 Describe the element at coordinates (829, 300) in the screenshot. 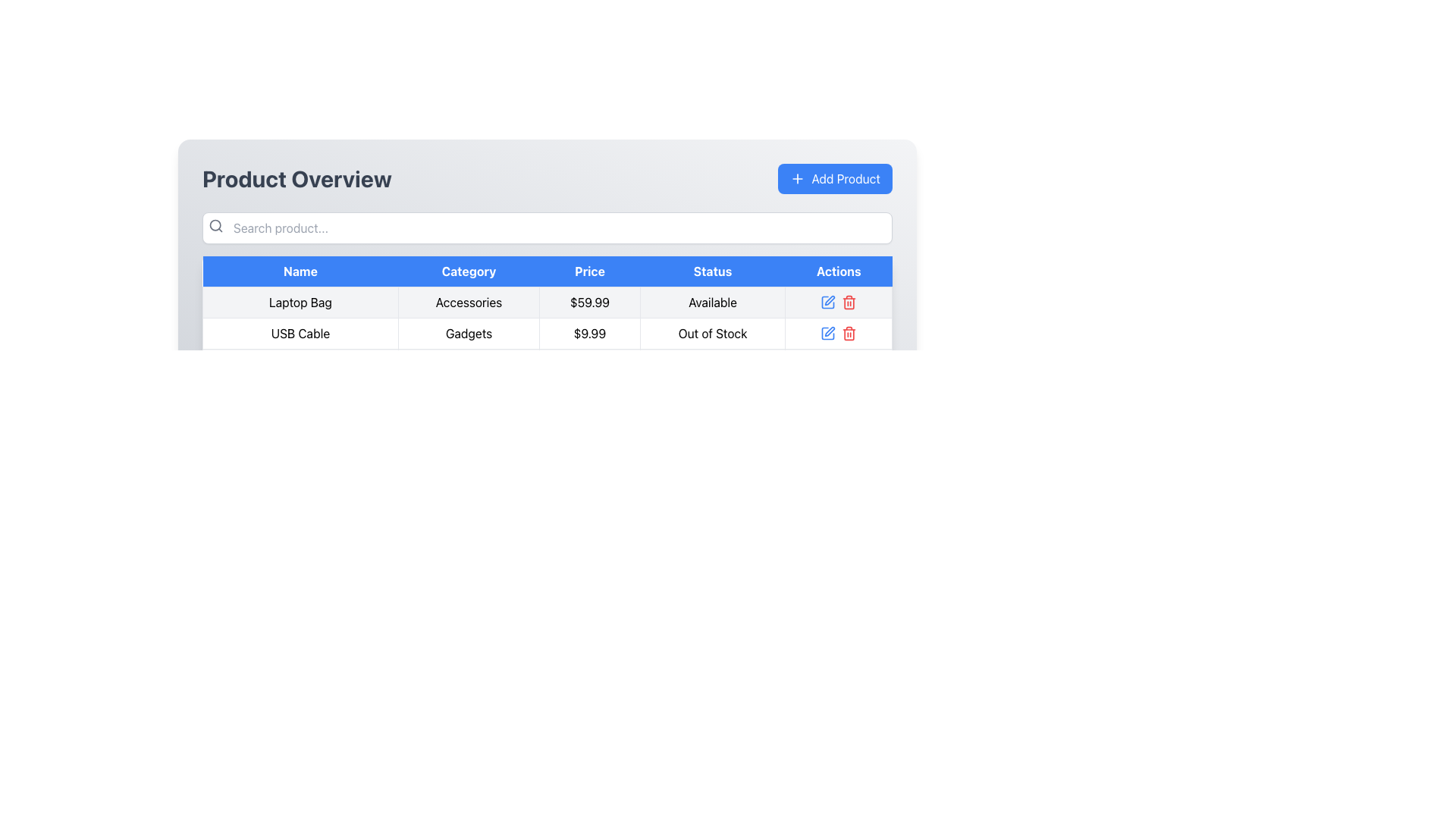

I see `the small curved pencil icon (Edit) located in the Actions column of the second row in the table to initiate edit mode` at that location.